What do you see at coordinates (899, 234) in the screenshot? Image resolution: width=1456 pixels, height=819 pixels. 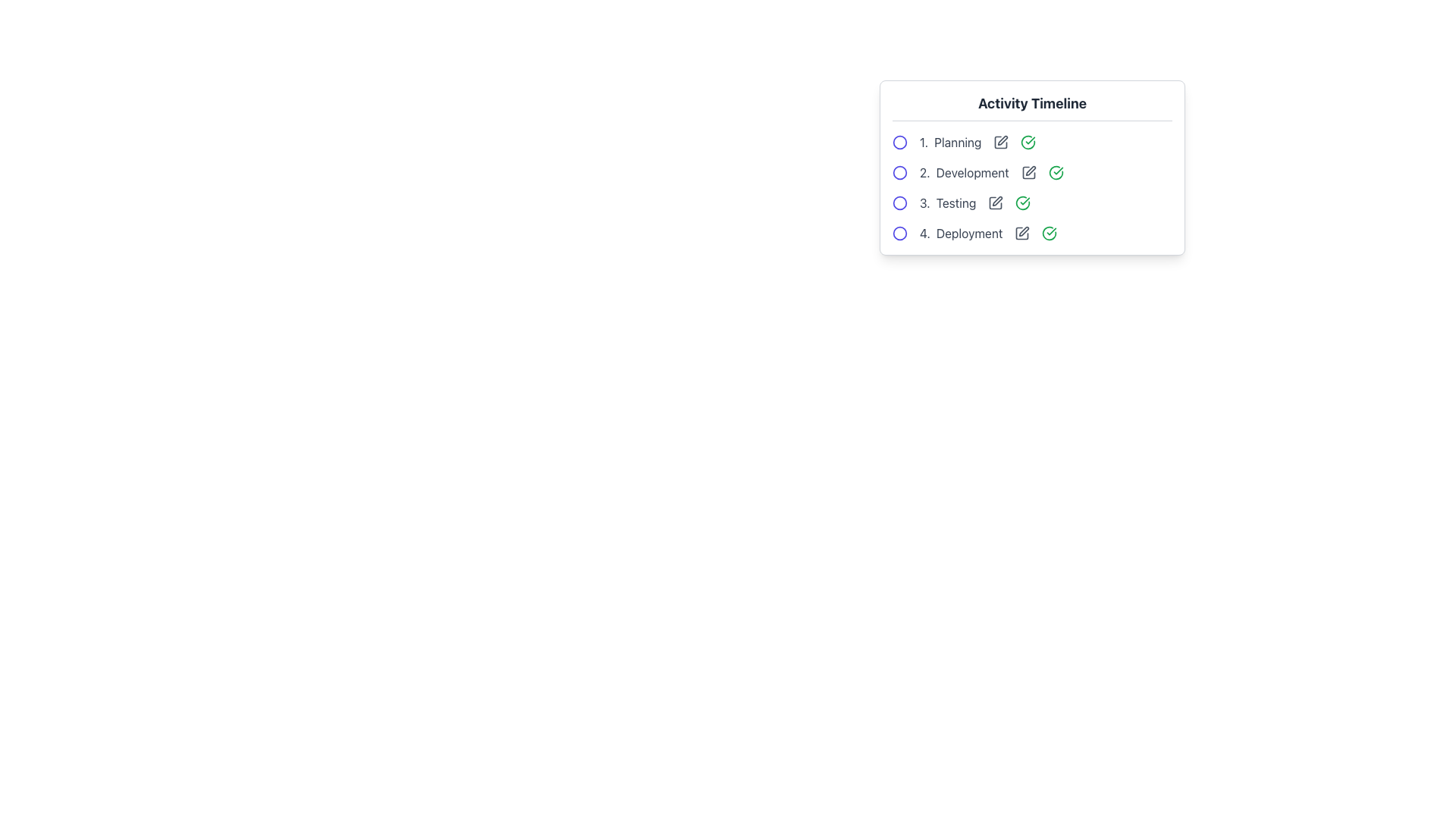 I see `the circular indigo blue Status Indicator icon located to the left of the text '4. Deployment' to interact with it` at bounding box center [899, 234].